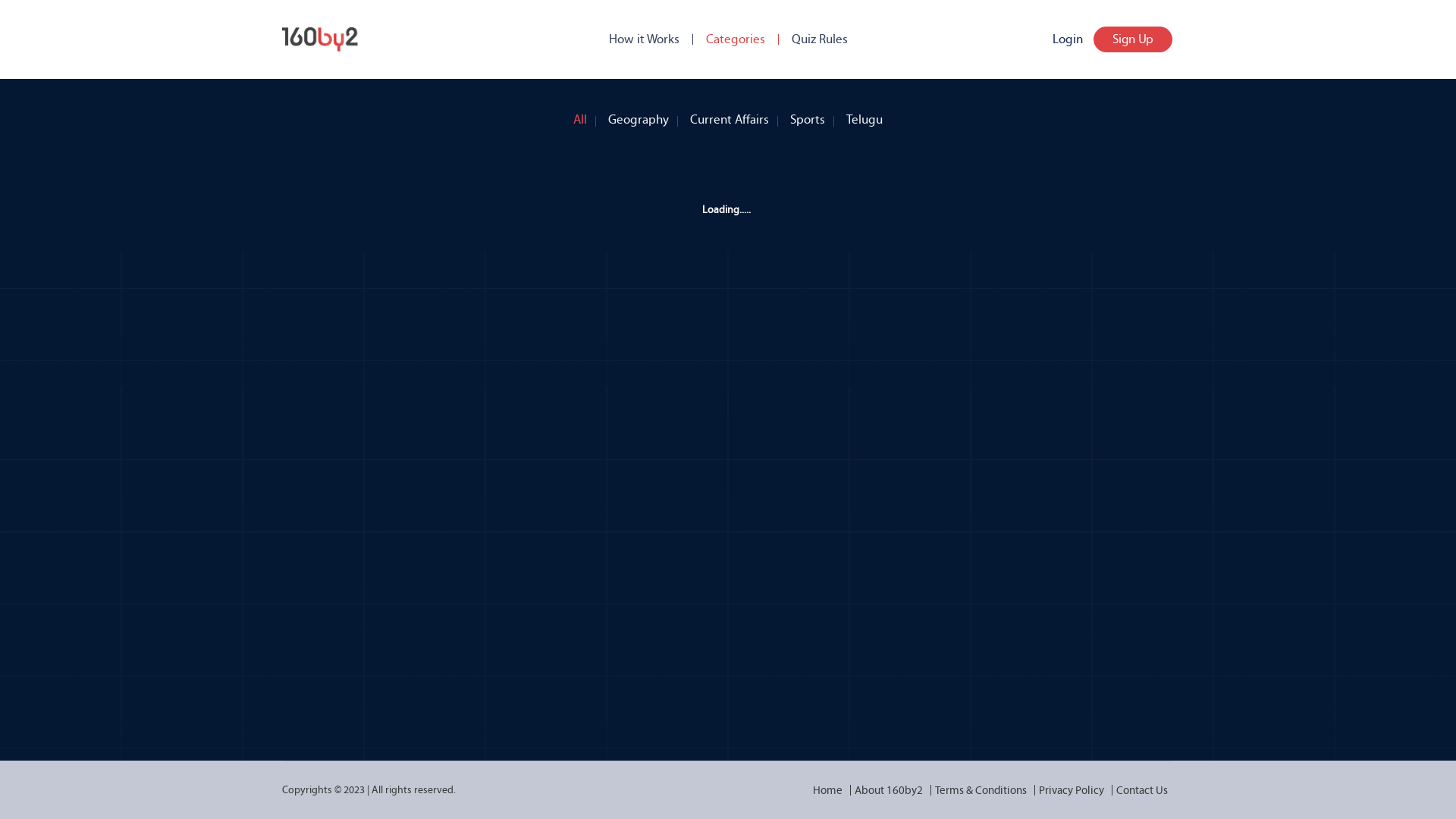  I want to click on 'Contact Us', so click(1142, 789).